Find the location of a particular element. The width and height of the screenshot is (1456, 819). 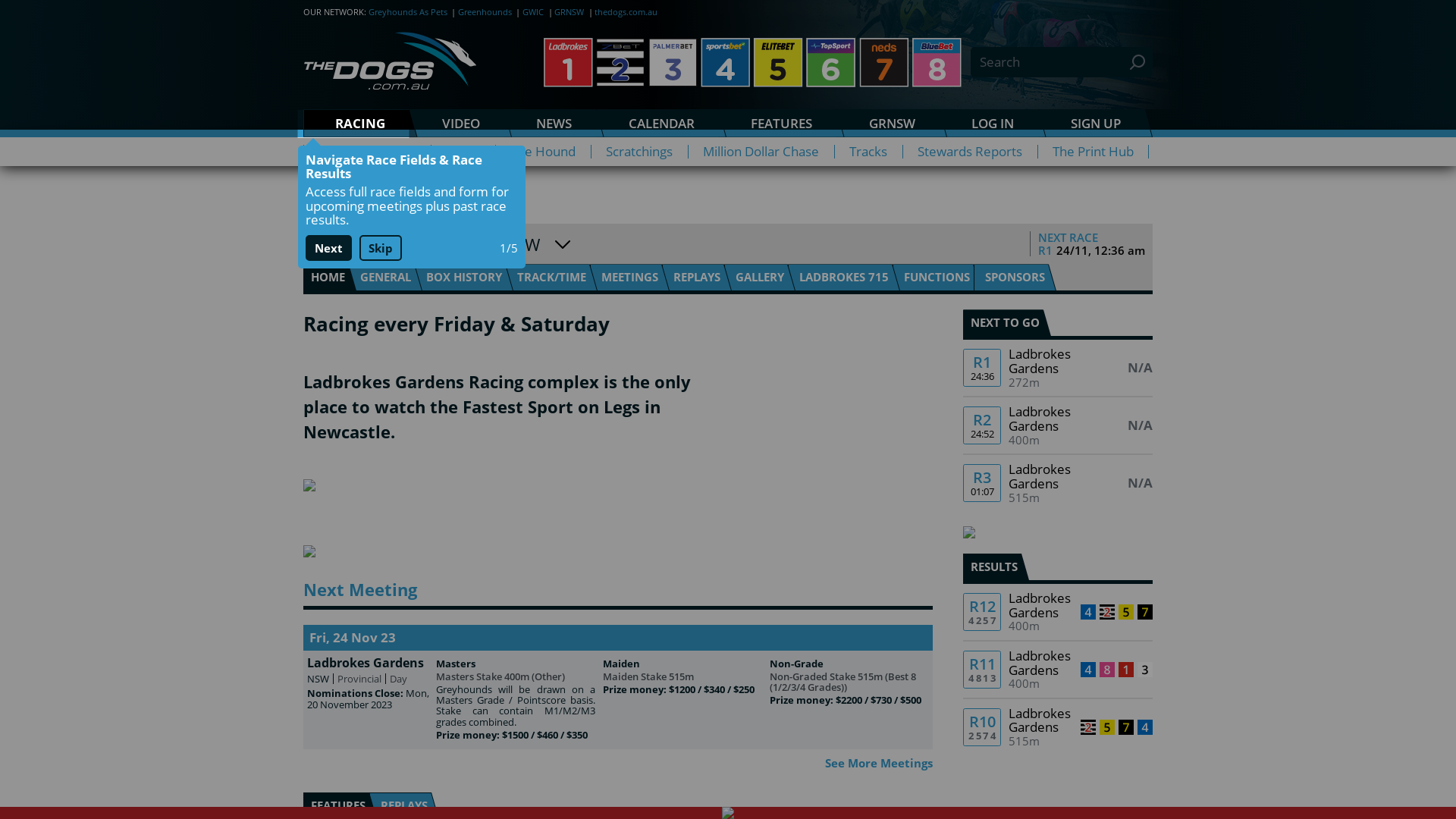

'R1 is located at coordinates (1057, 368).